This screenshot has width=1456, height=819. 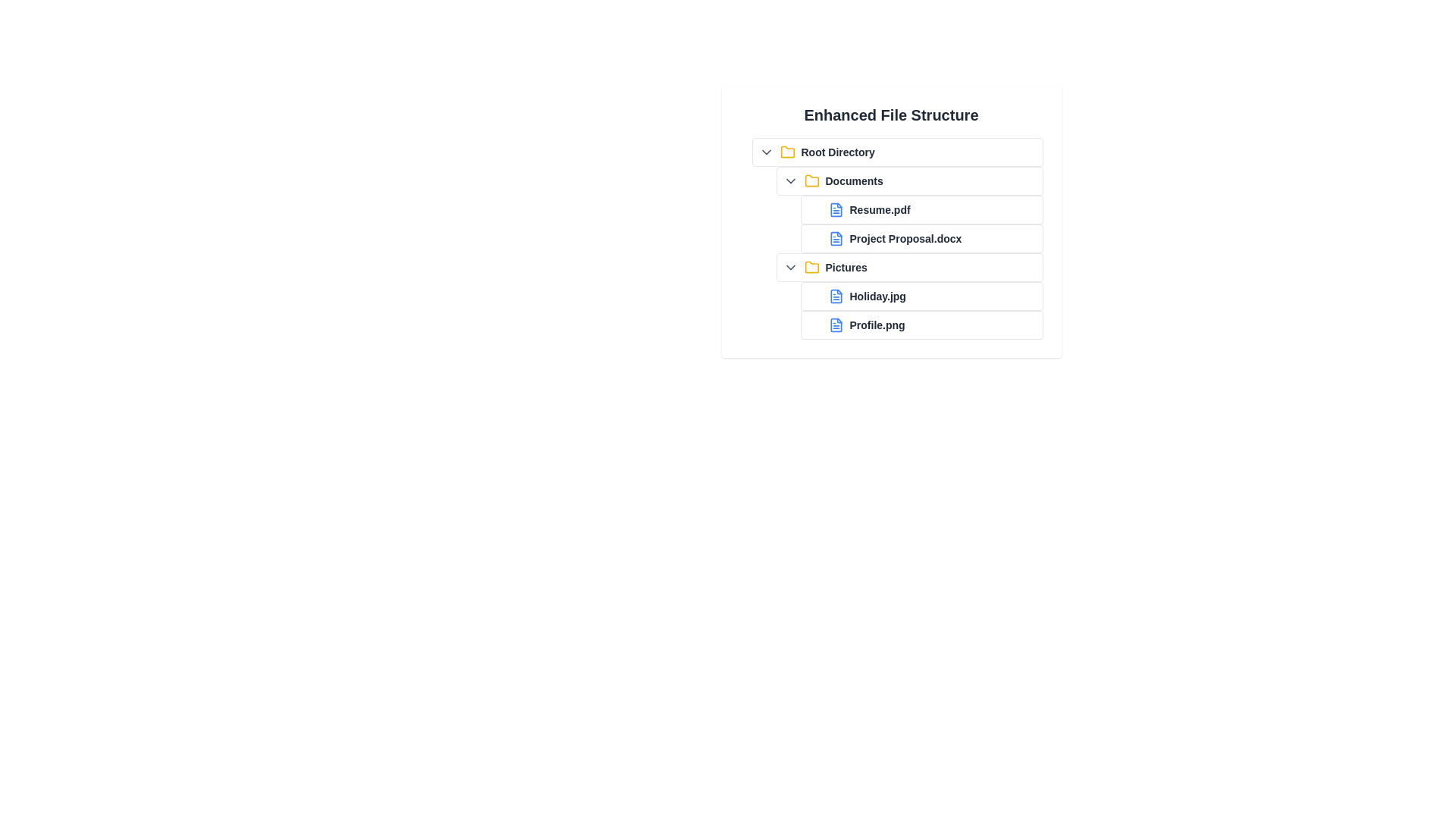 What do you see at coordinates (835, 324) in the screenshot?
I see `the blue outlined document SVG icon` at bounding box center [835, 324].